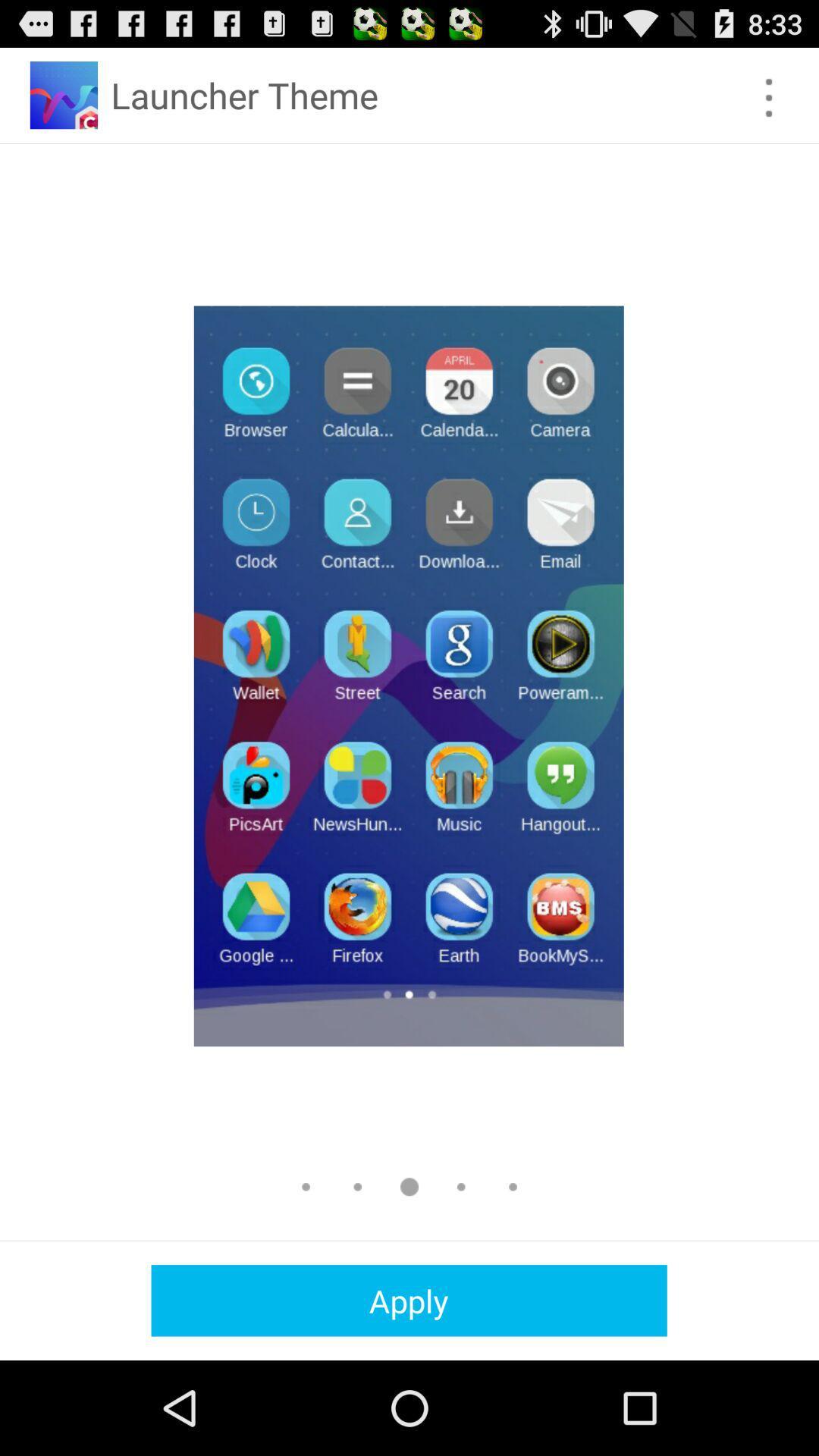 This screenshot has height=1456, width=819. I want to click on the item next to launcher theme icon, so click(769, 97).